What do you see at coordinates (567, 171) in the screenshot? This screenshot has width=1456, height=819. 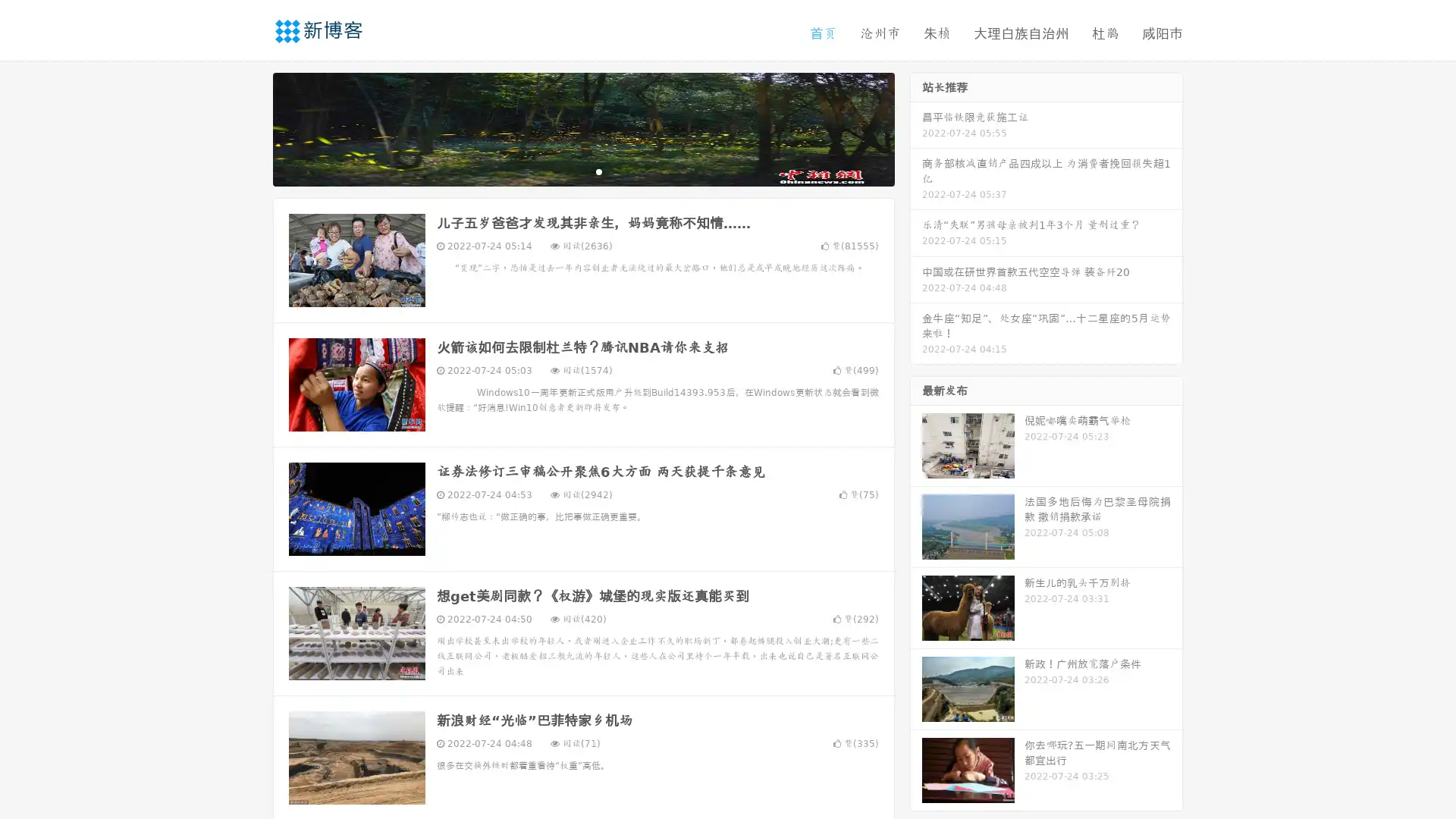 I see `Go to slide 1` at bounding box center [567, 171].